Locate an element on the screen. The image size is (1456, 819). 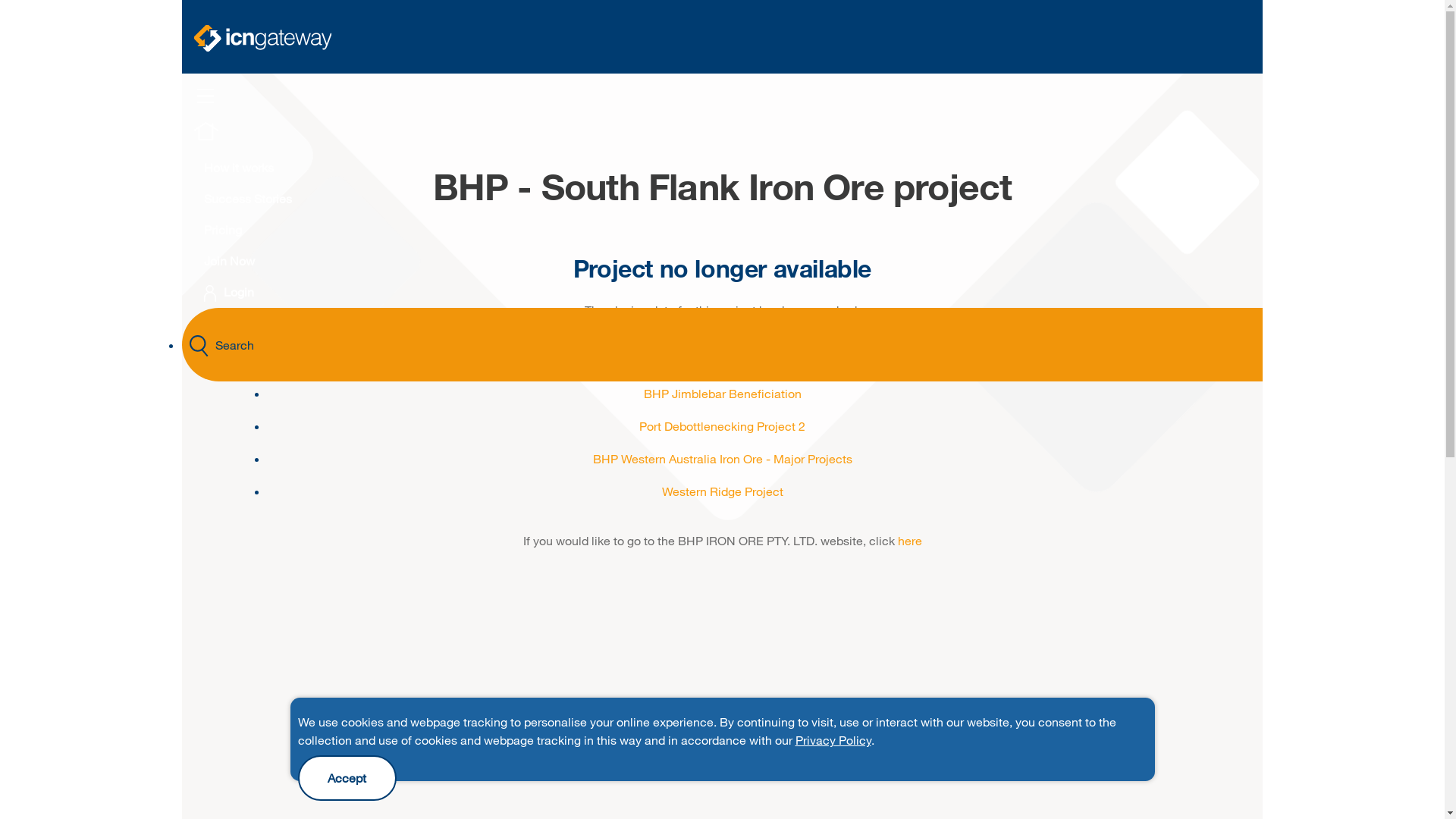
'Join Now' is located at coordinates (228, 259).